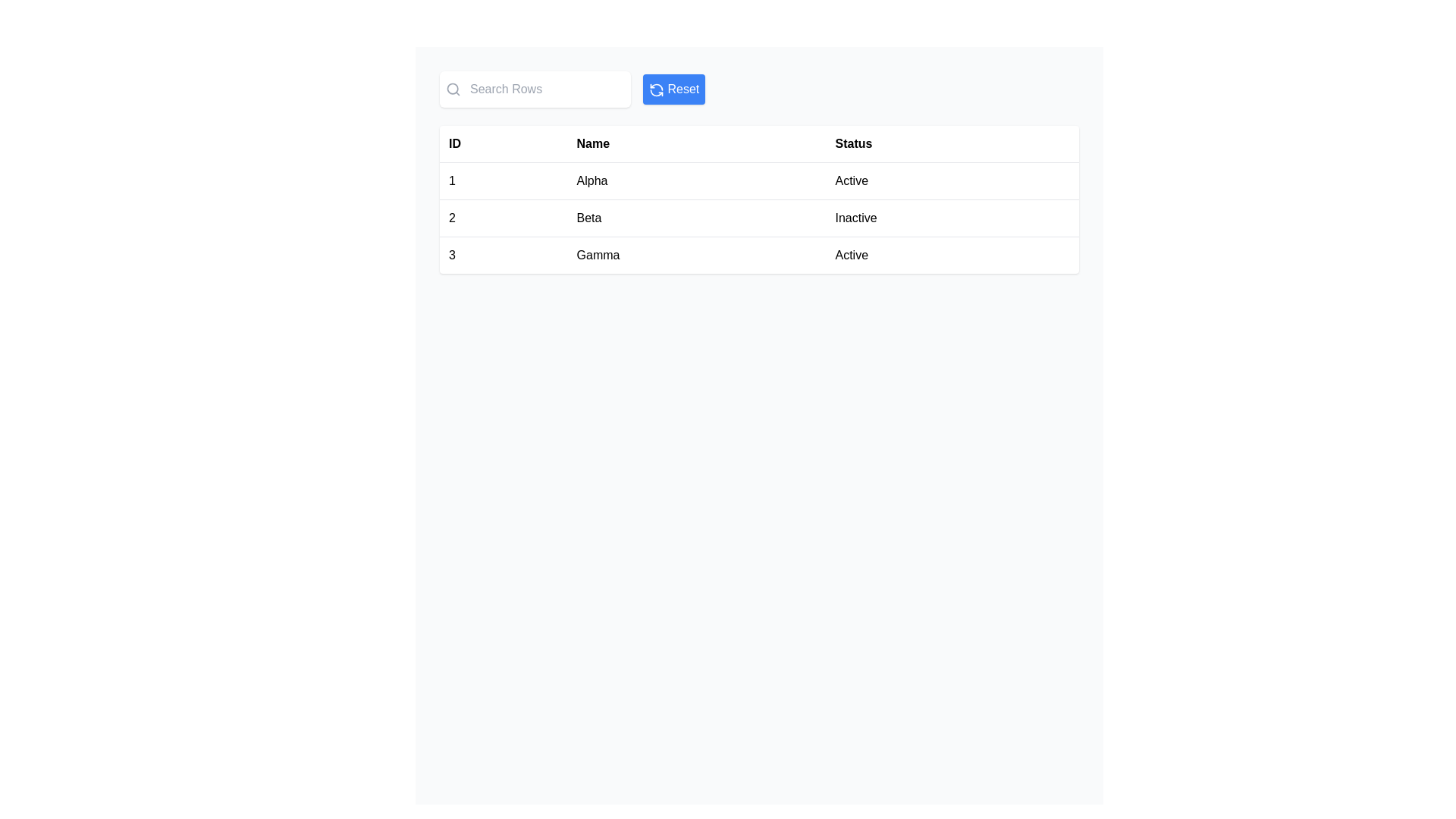 This screenshot has height=819, width=1456. Describe the element at coordinates (535, 89) in the screenshot. I see `the search bar component with a white background and rounded edges, which has a magnifying glass icon and a placeholder text 'Search Rows'` at that location.